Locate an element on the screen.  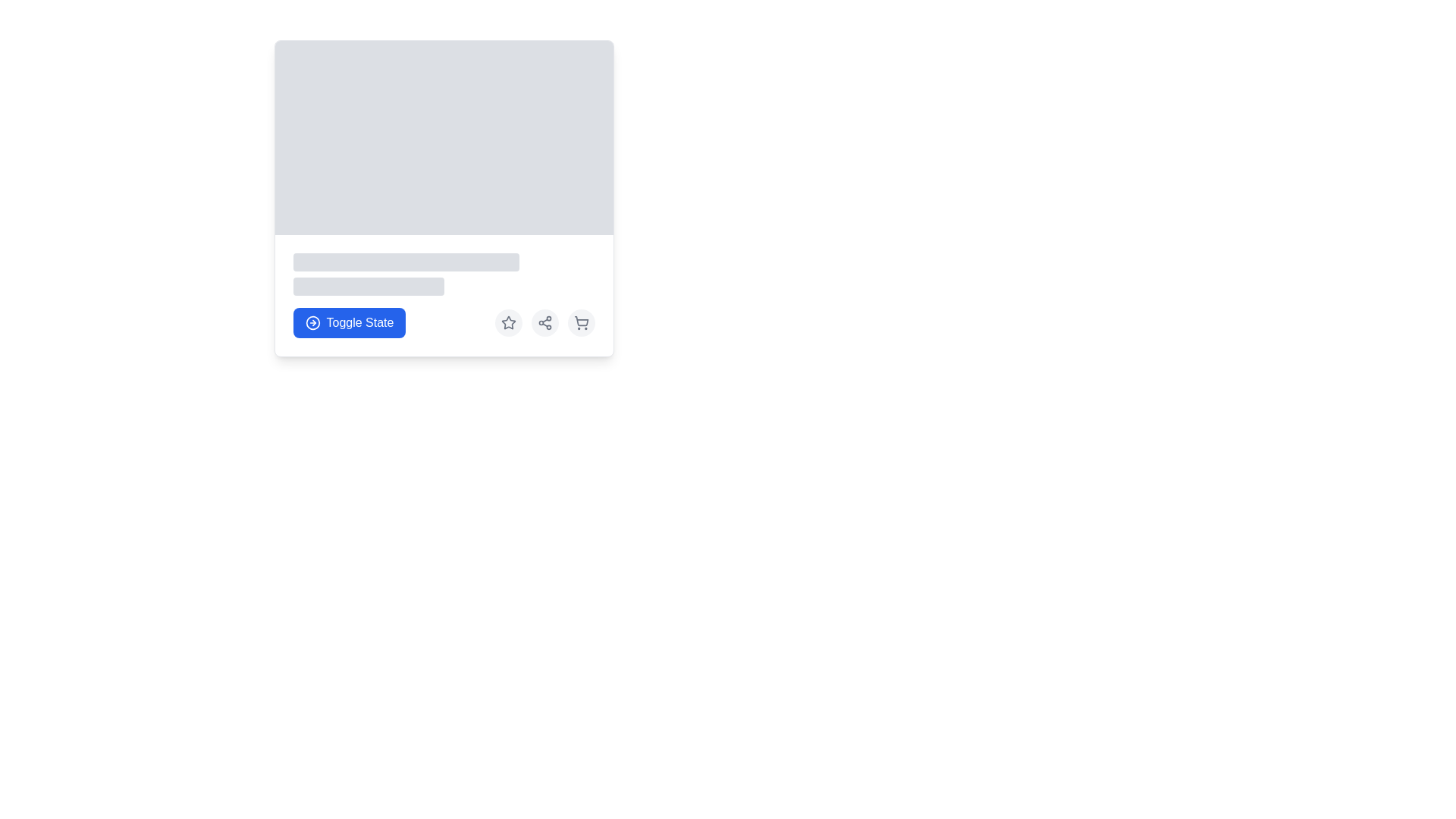
the circular button with a pale-gray background and shopping cart icon, which is the rightmost button in a row of five buttons located below a card interface, to observe its interaction effect is located at coordinates (580, 322).